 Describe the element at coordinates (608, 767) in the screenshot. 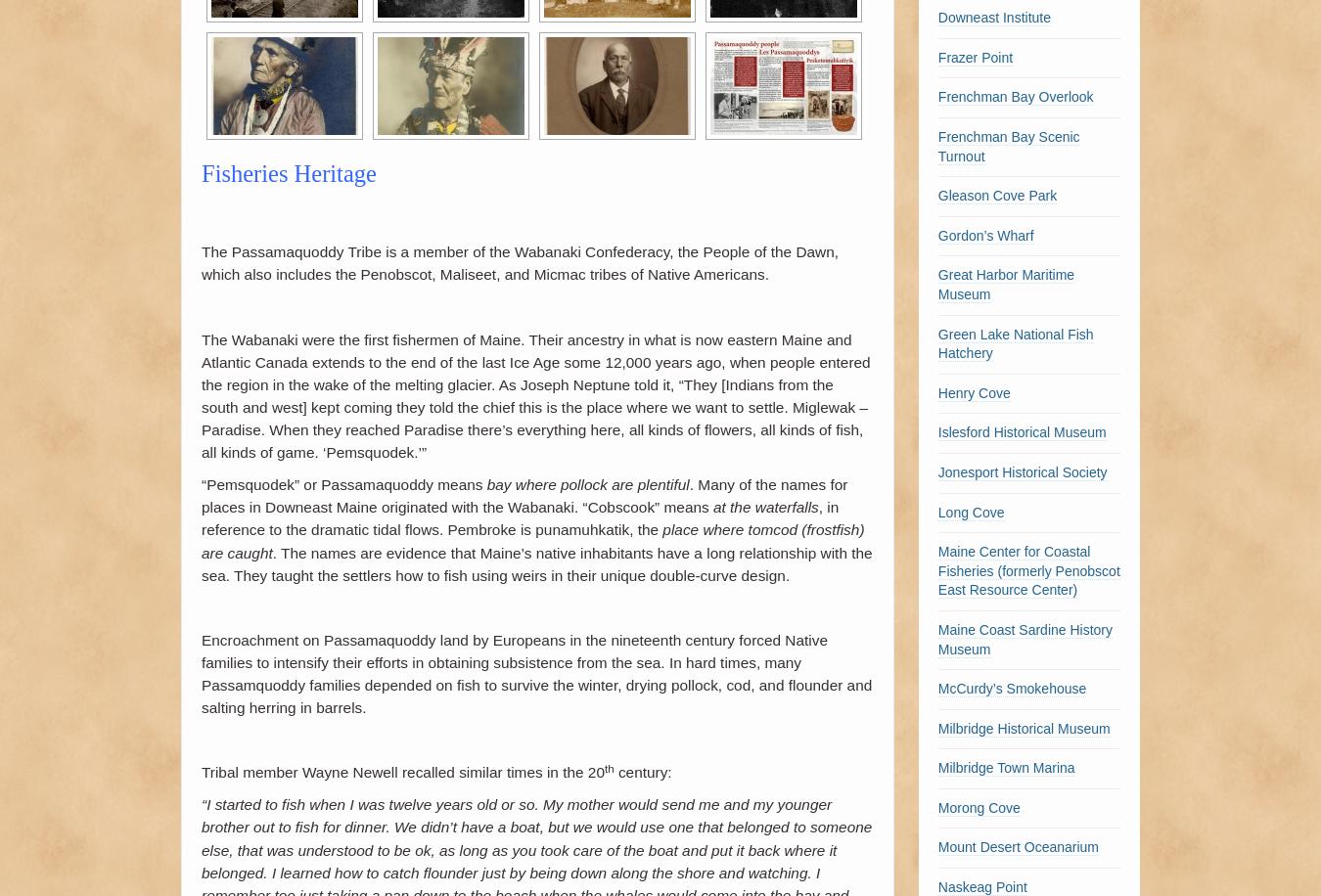

I see `'th'` at that location.